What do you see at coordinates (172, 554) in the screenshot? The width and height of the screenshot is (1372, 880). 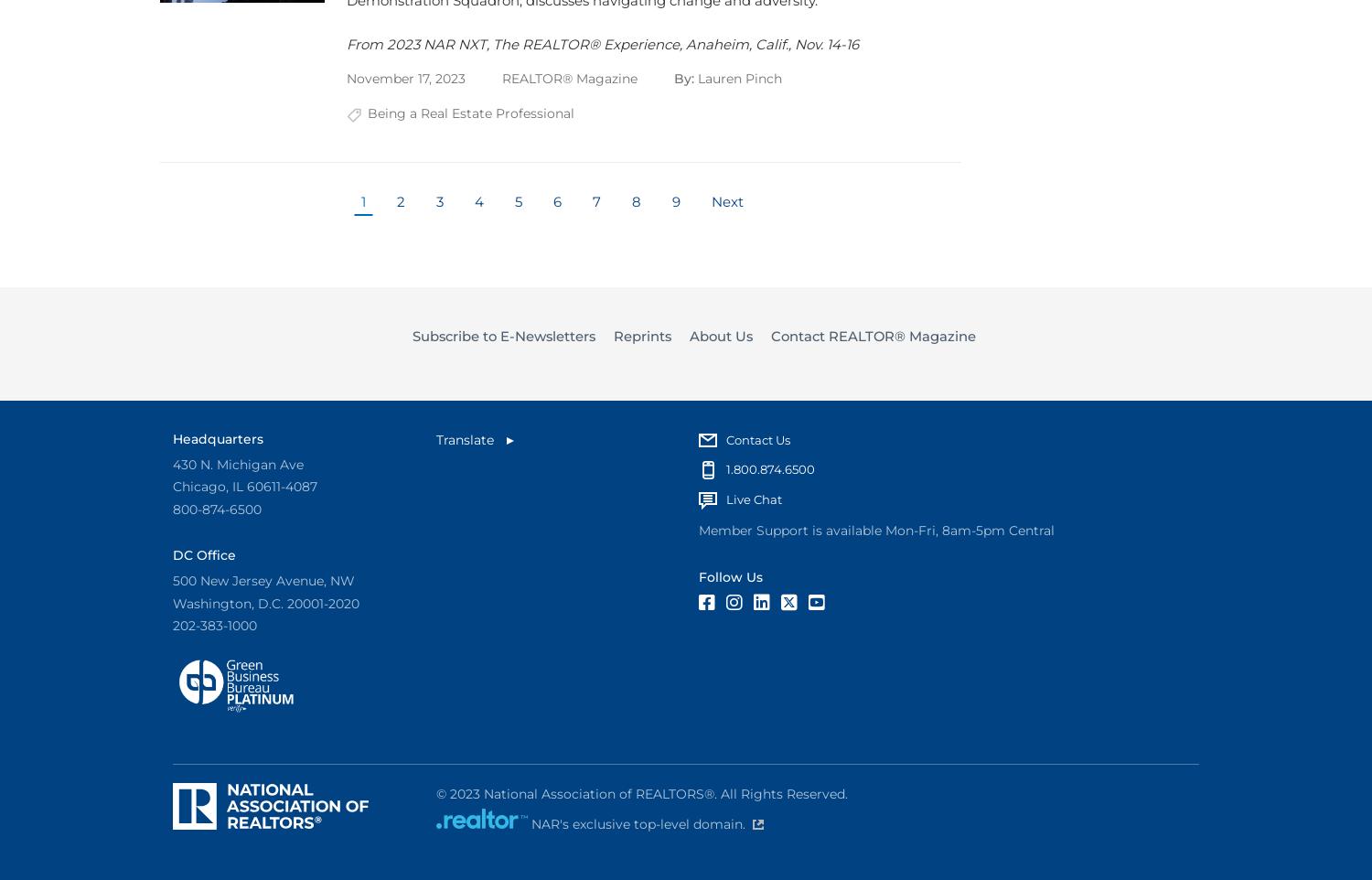 I see `'DC Office'` at bounding box center [172, 554].